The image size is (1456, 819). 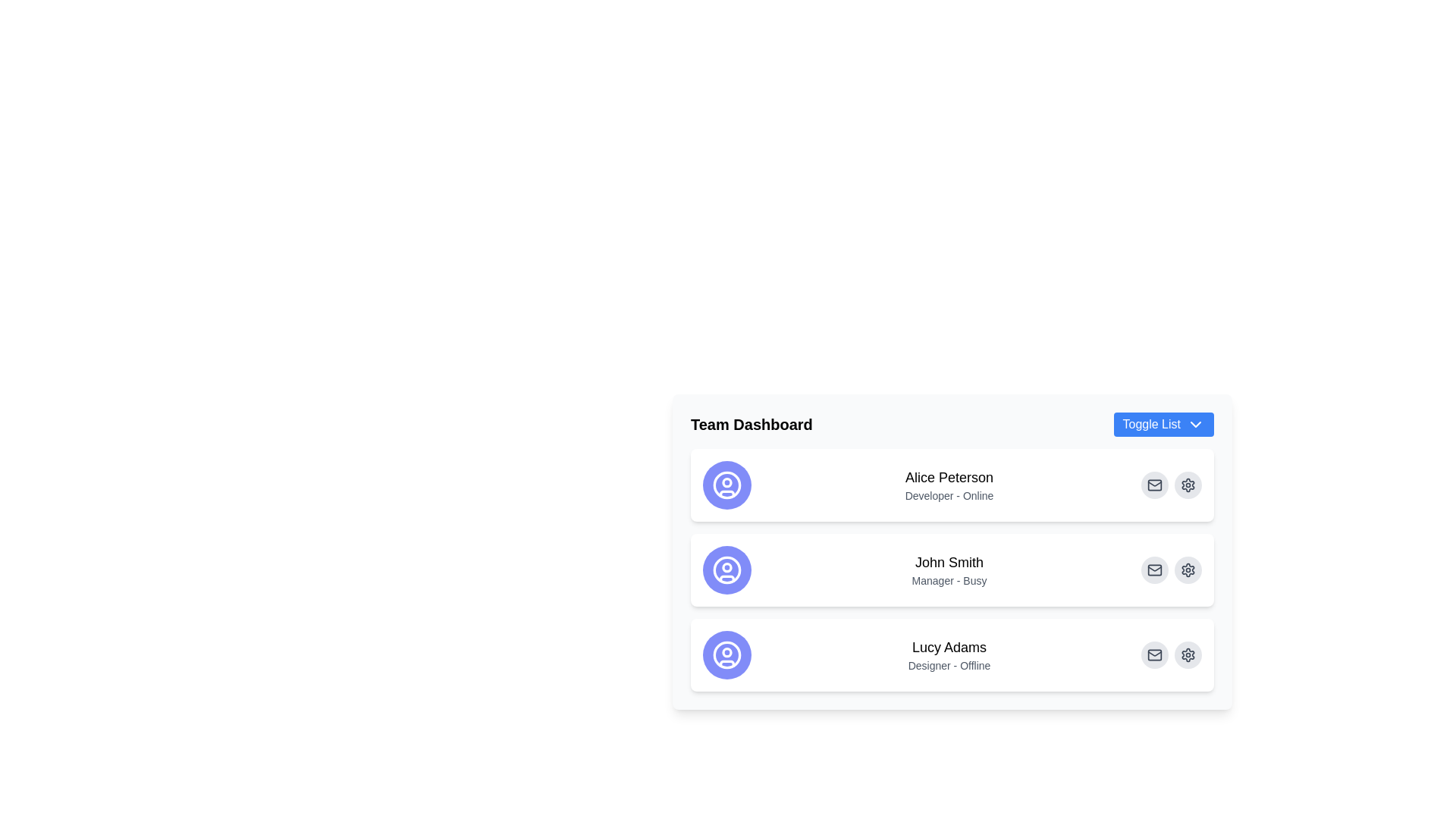 I want to click on the email button for Lucy Adams, positioned at the bottom of the profile card, so click(x=1153, y=654).